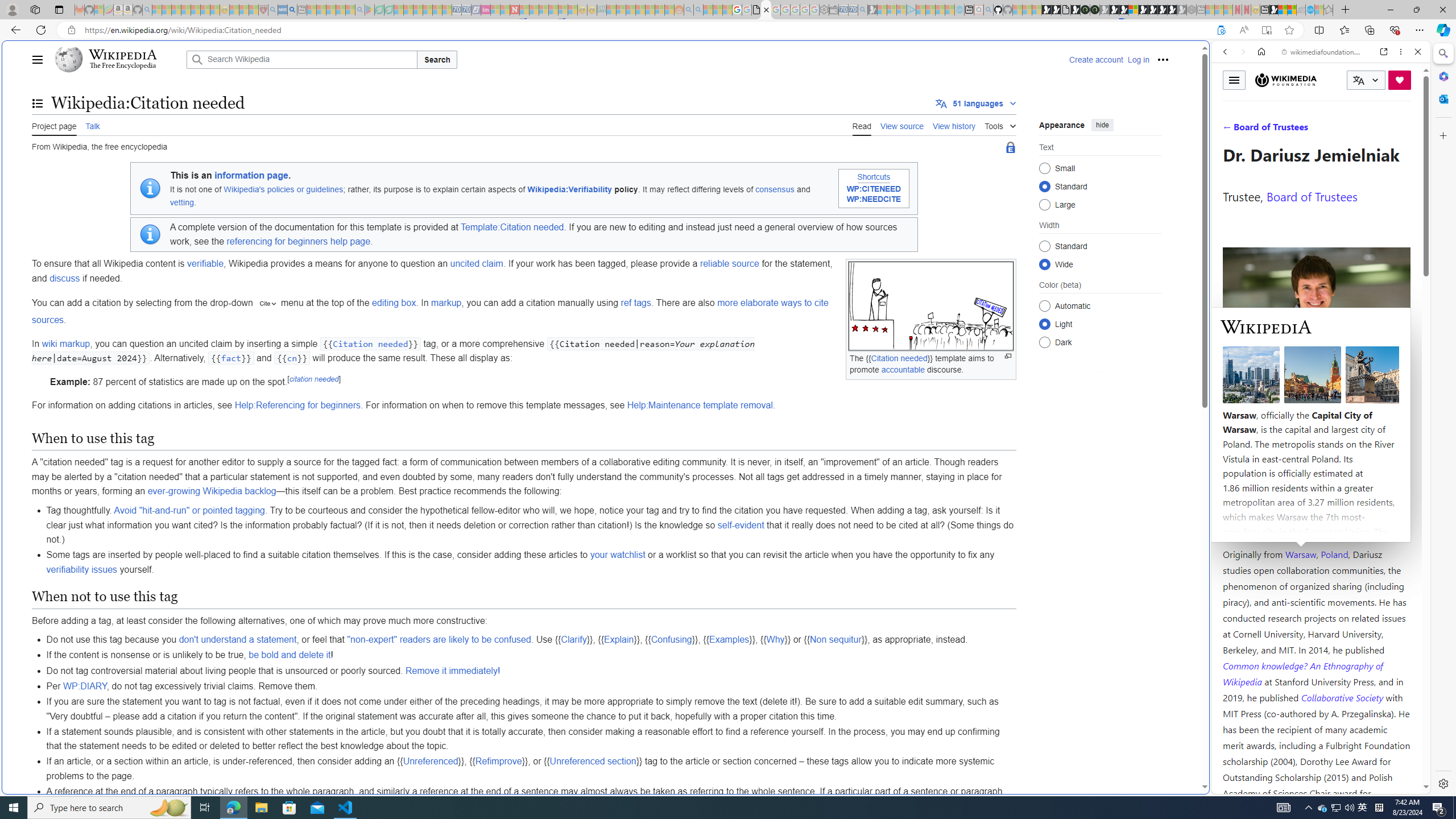 The width and height of the screenshot is (1456, 819). What do you see at coordinates (237, 640) in the screenshot?
I see `'don'` at bounding box center [237, 640].